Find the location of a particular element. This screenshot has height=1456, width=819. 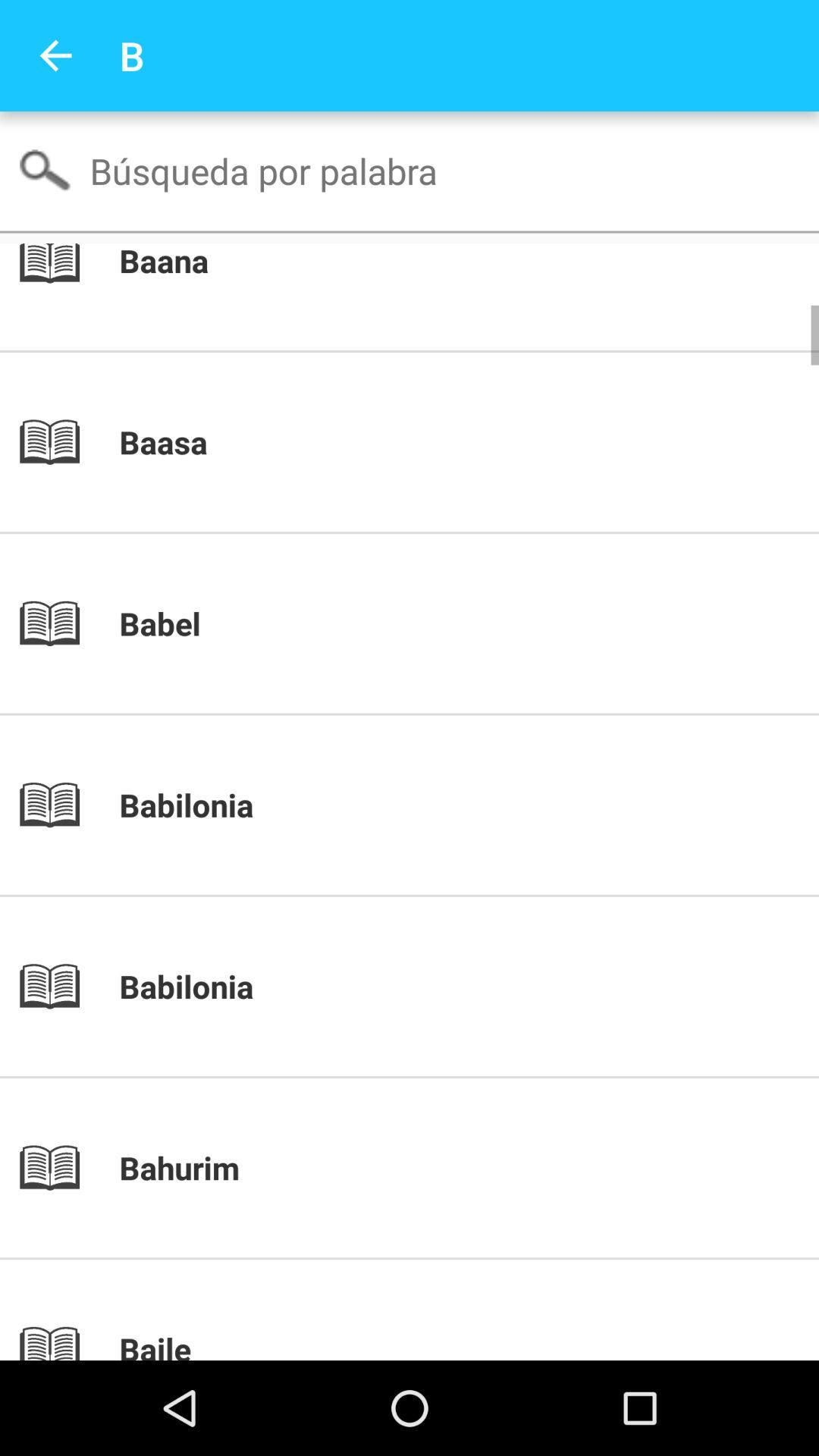

baile icon is located at coordinates (435, 1344).